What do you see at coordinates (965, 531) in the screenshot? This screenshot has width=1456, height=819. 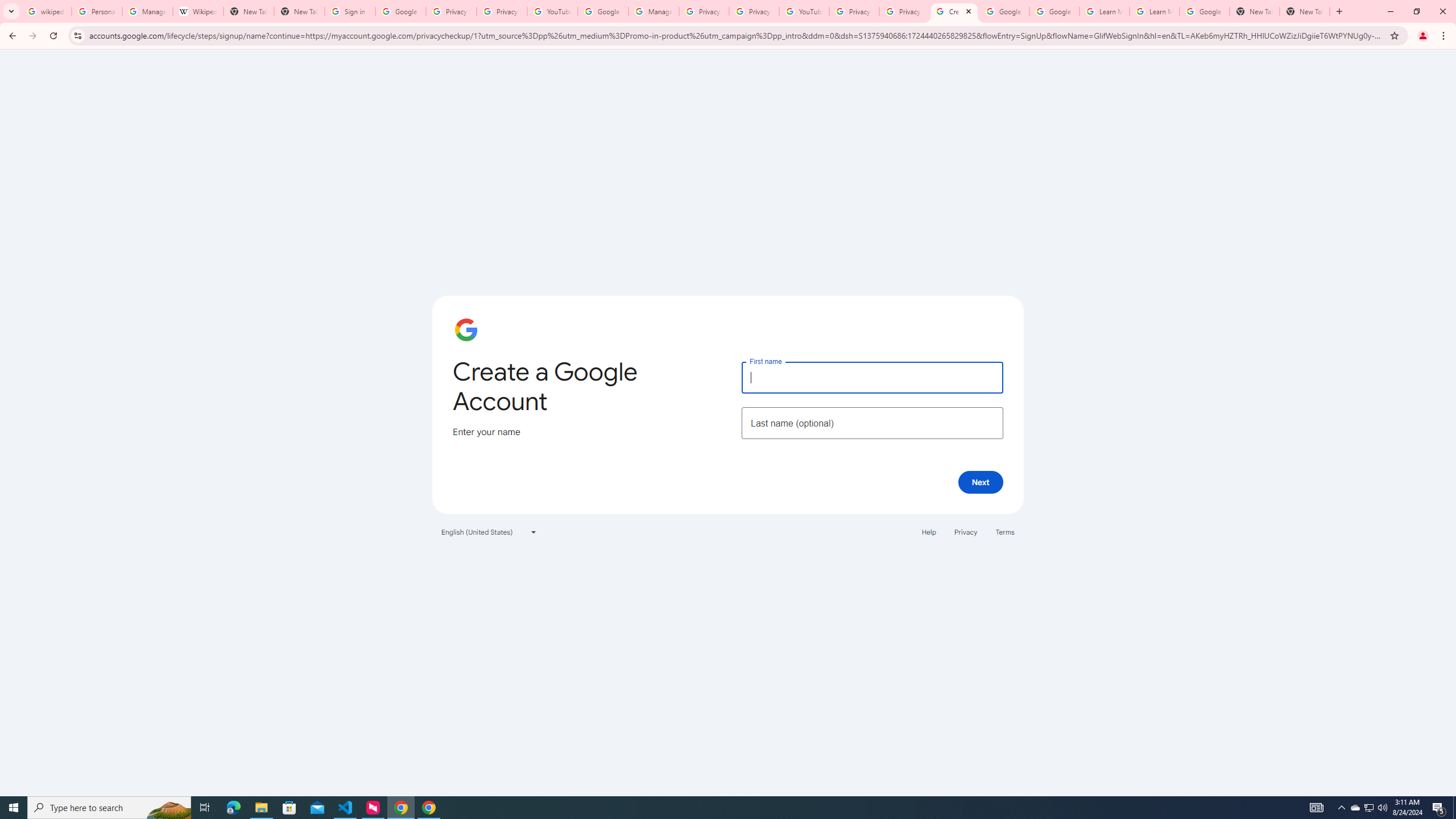 I see `'Privacy'` at bounding box center [965, 531].